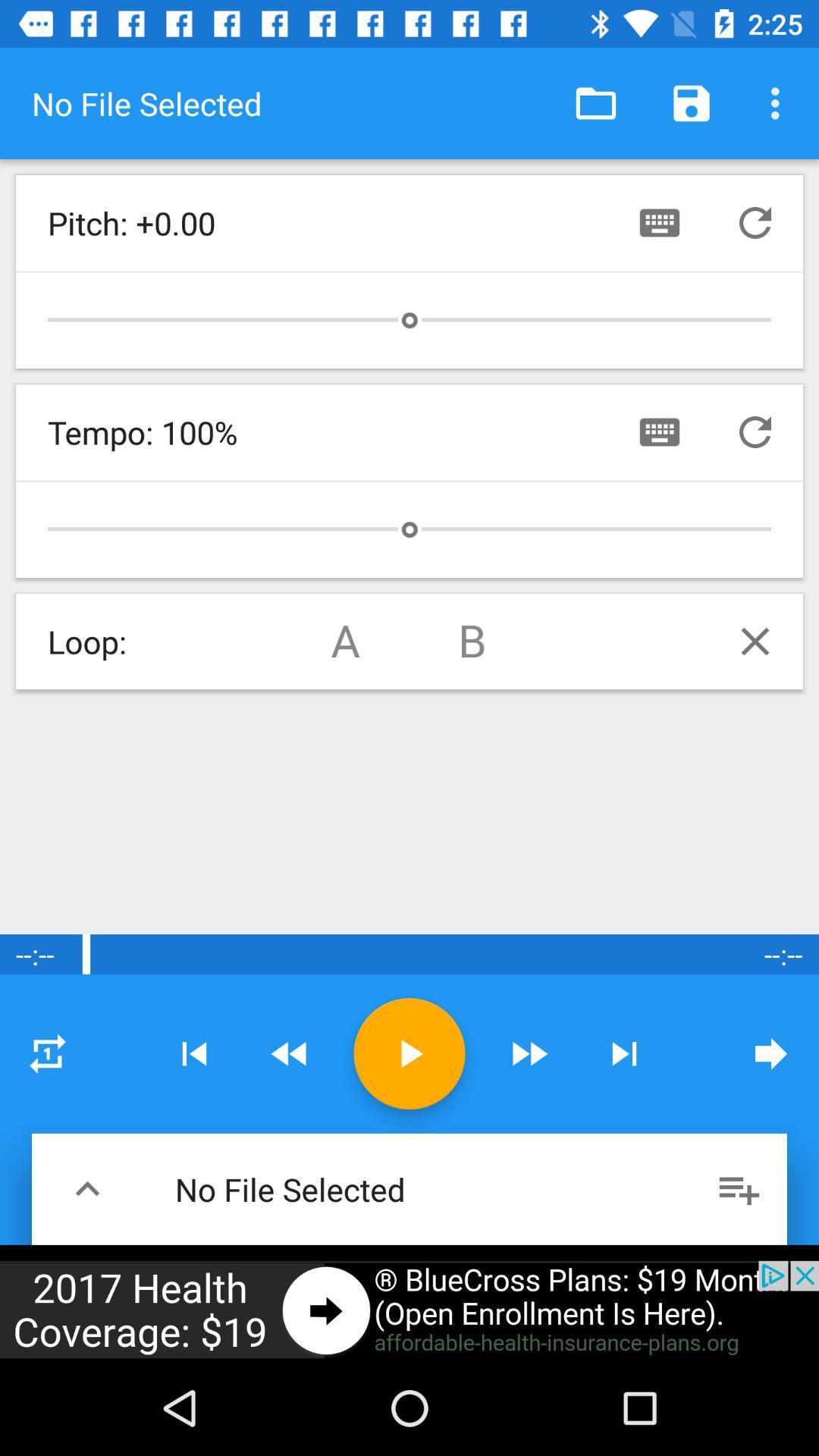 The width and height of the screenshot is (819, 1456). What do you see at coordinates (87, 1188) in the screenshot?
I see `previous` at bounding box center [87, 1188].